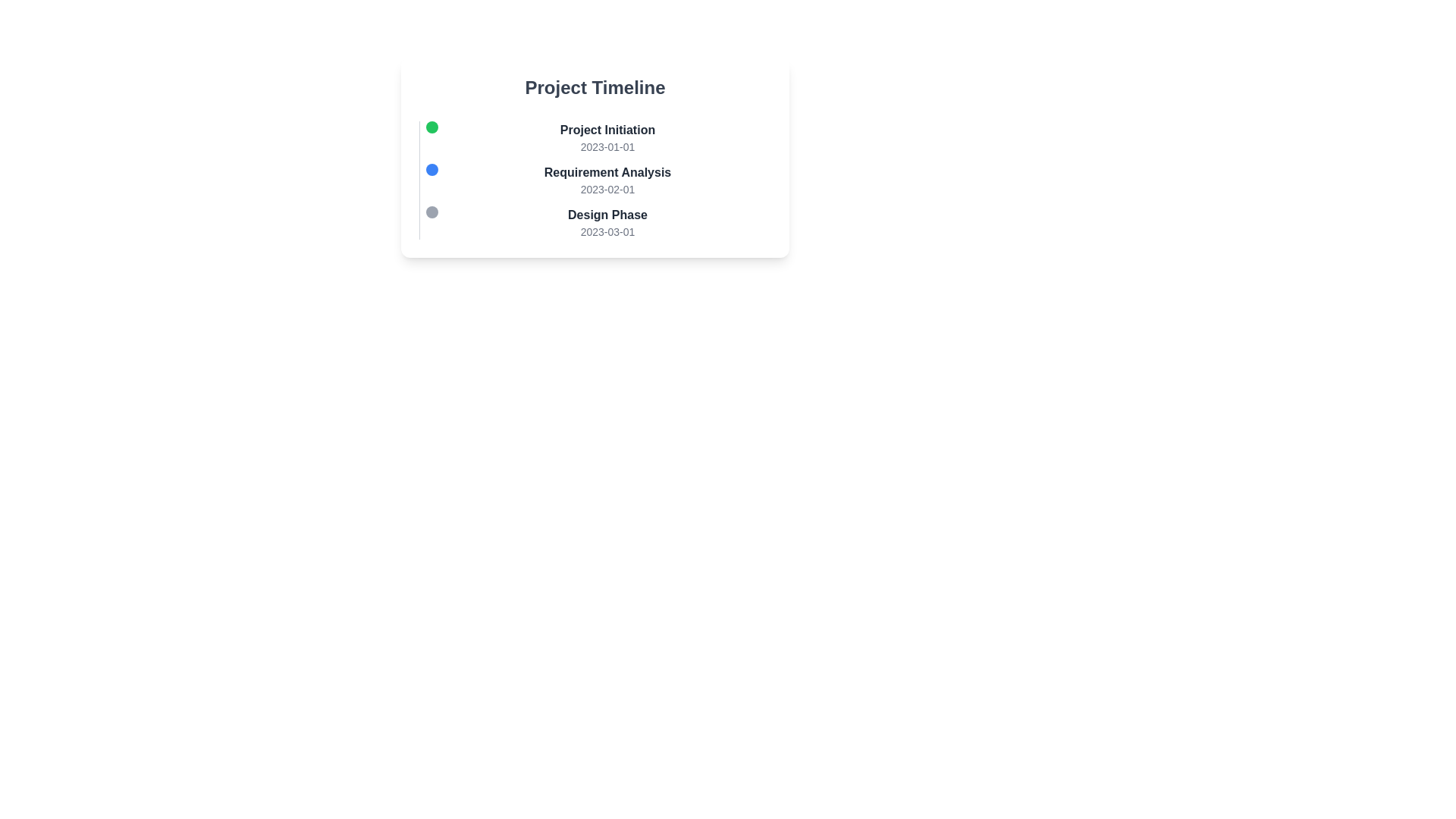 The width and height of the screenshot is (1456, 819). I want to click on the static text element displaying the title 'Design Phase', which is bold and dark gray, located in the timeline below 'Requirement Analysis', so click(607, 215).